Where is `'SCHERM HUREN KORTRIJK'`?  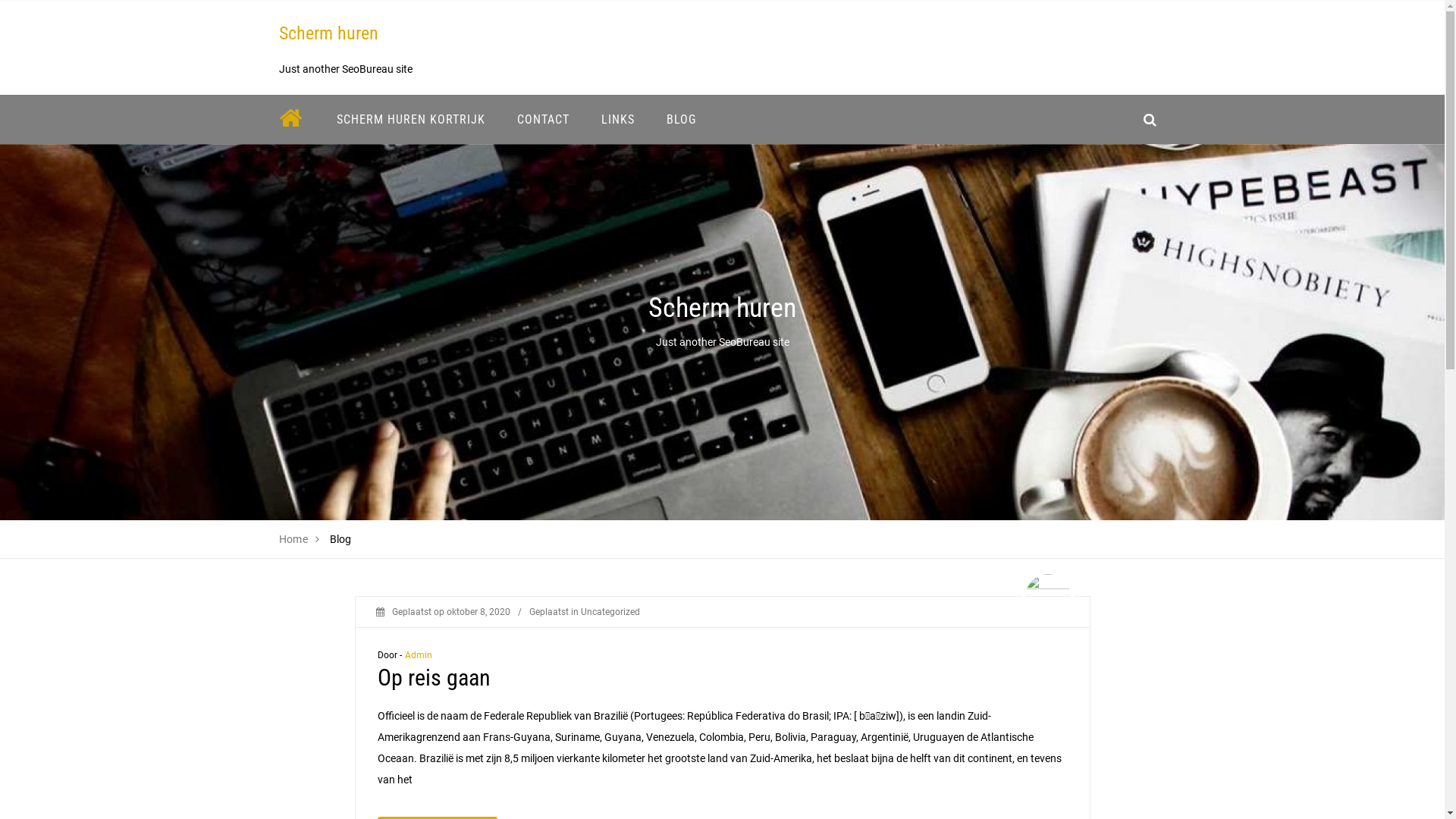
'SCHERM HUREN KORTRIJK' is located at coordinates (410, 118).